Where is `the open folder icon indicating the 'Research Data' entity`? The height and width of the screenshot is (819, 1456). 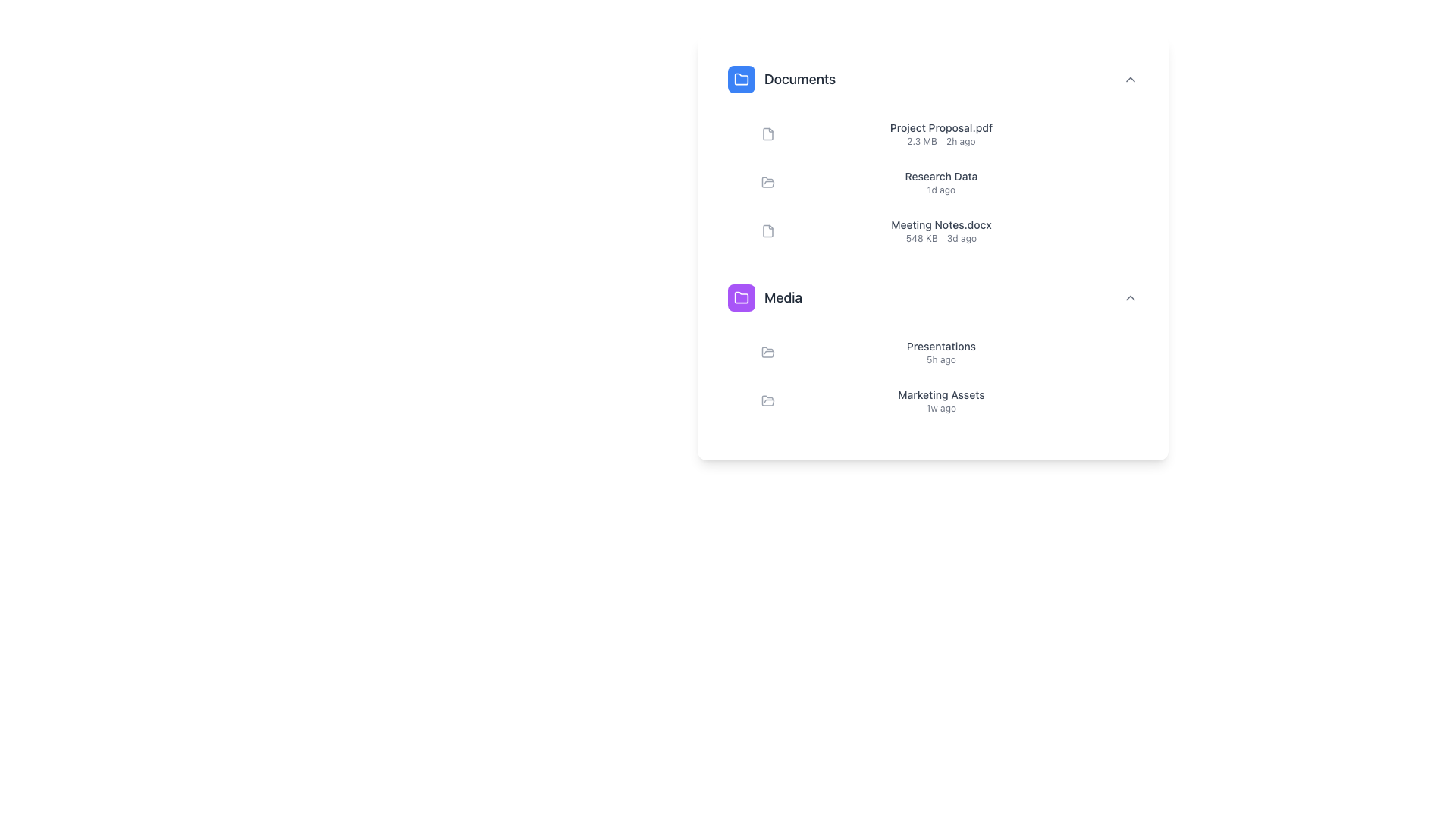 the open folder icon indicating the 'Research Data' entity is located at coordinates (767, 181).